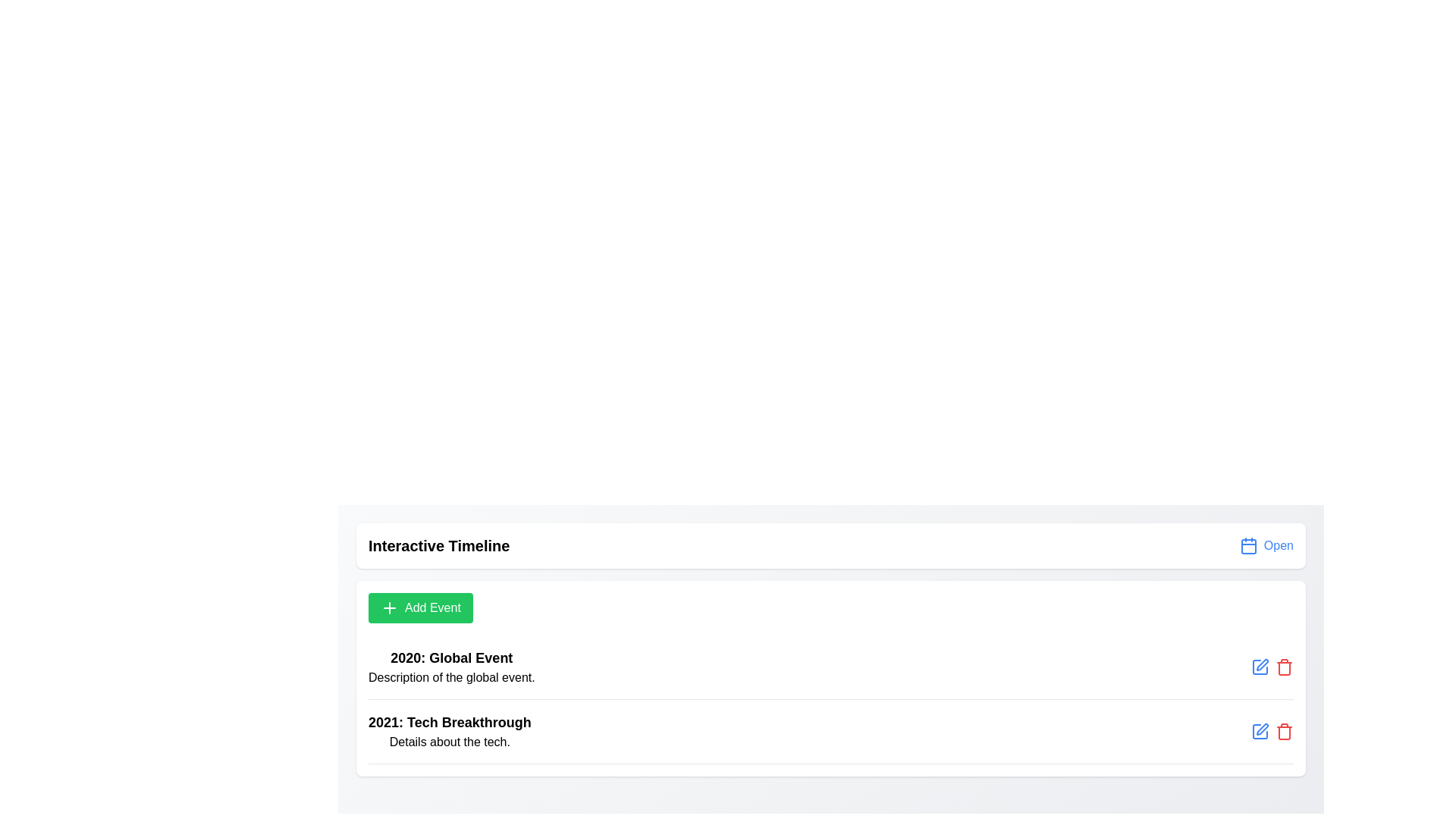 The height and width of the screenshot is (819, 1456). What do you see at coordinates (1260, 730) in the screenshot?
I see `'Edit' icon next to the event titled 'Tech Breakthrough' to modify its details` at bounding box center [1260, 730].